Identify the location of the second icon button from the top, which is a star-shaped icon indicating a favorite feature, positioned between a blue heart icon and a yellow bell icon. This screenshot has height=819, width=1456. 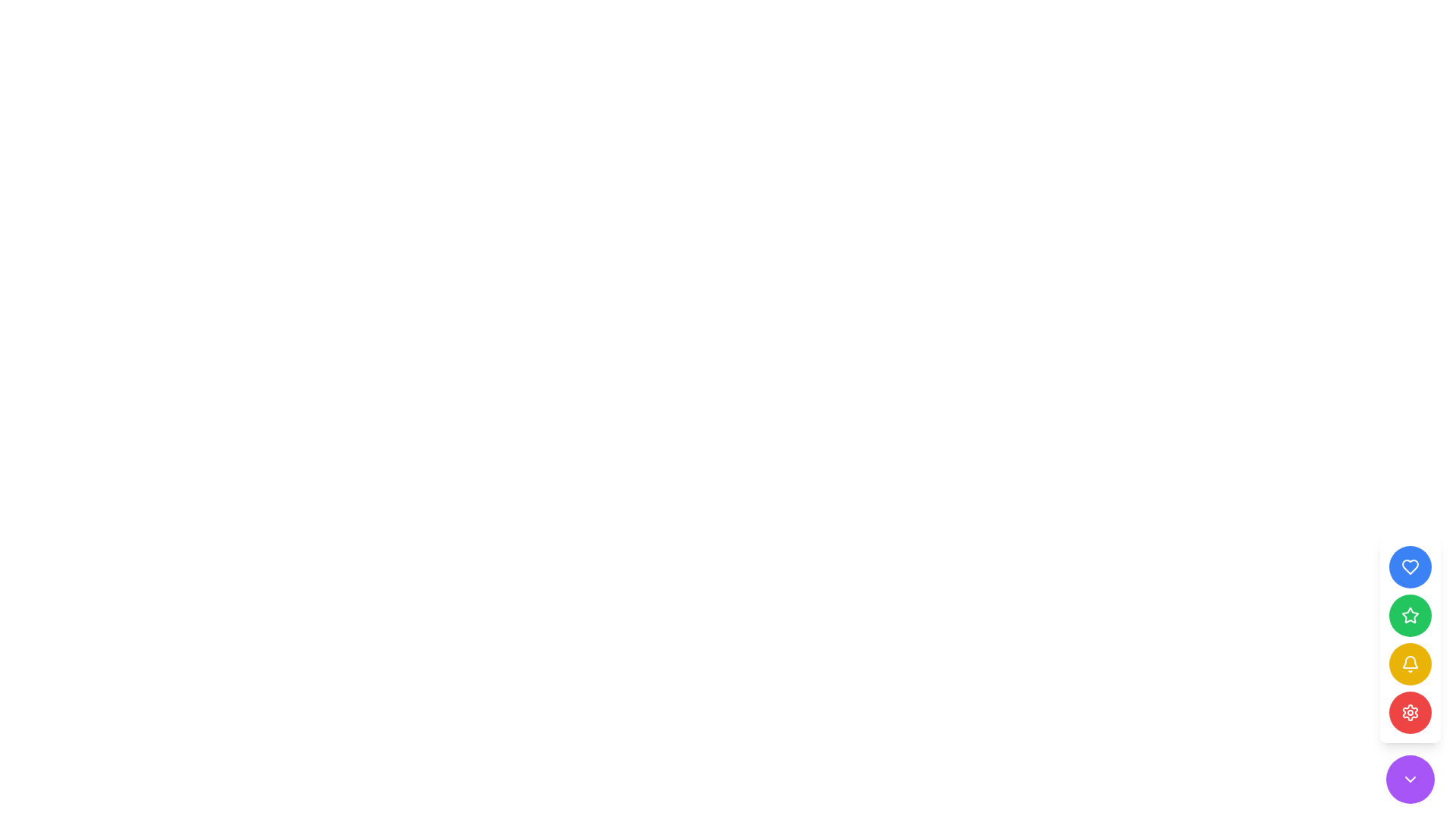
(1410, 616).